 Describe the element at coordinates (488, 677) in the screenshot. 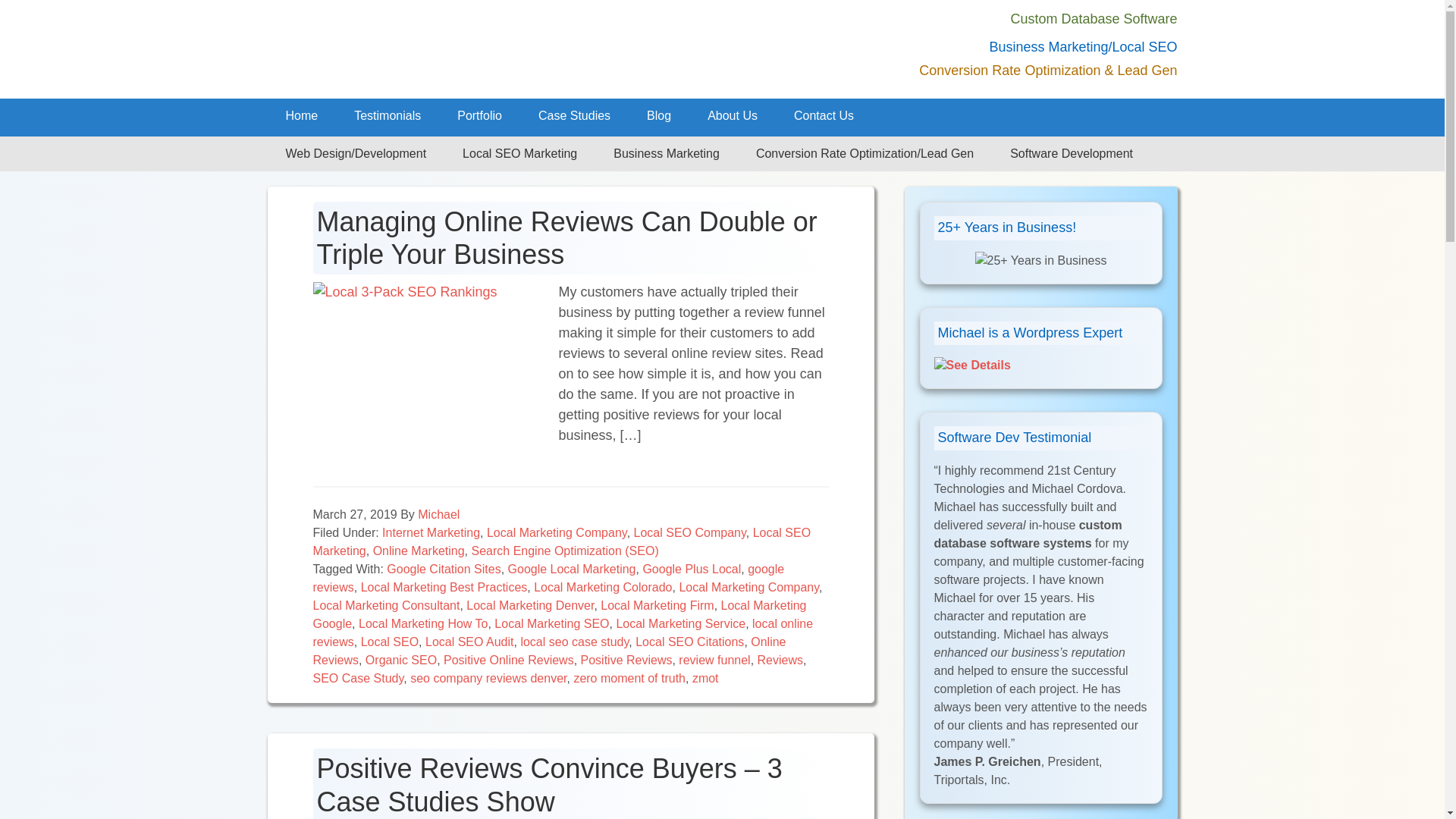

I see `'seo company reviews denver'` at that location.